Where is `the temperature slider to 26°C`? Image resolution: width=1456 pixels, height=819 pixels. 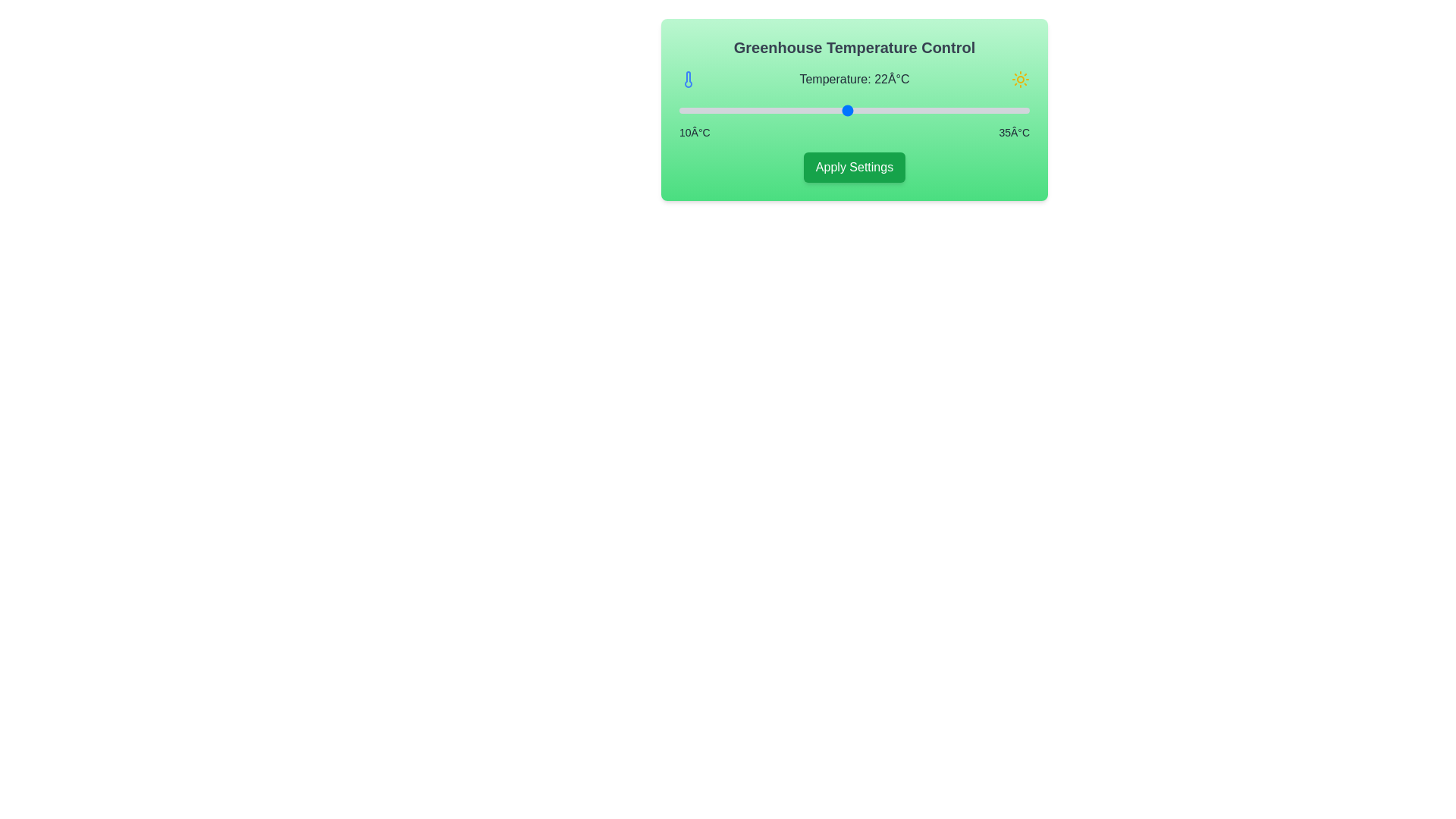
the temperature slider to 26°C is located at coordinates (903, 110).